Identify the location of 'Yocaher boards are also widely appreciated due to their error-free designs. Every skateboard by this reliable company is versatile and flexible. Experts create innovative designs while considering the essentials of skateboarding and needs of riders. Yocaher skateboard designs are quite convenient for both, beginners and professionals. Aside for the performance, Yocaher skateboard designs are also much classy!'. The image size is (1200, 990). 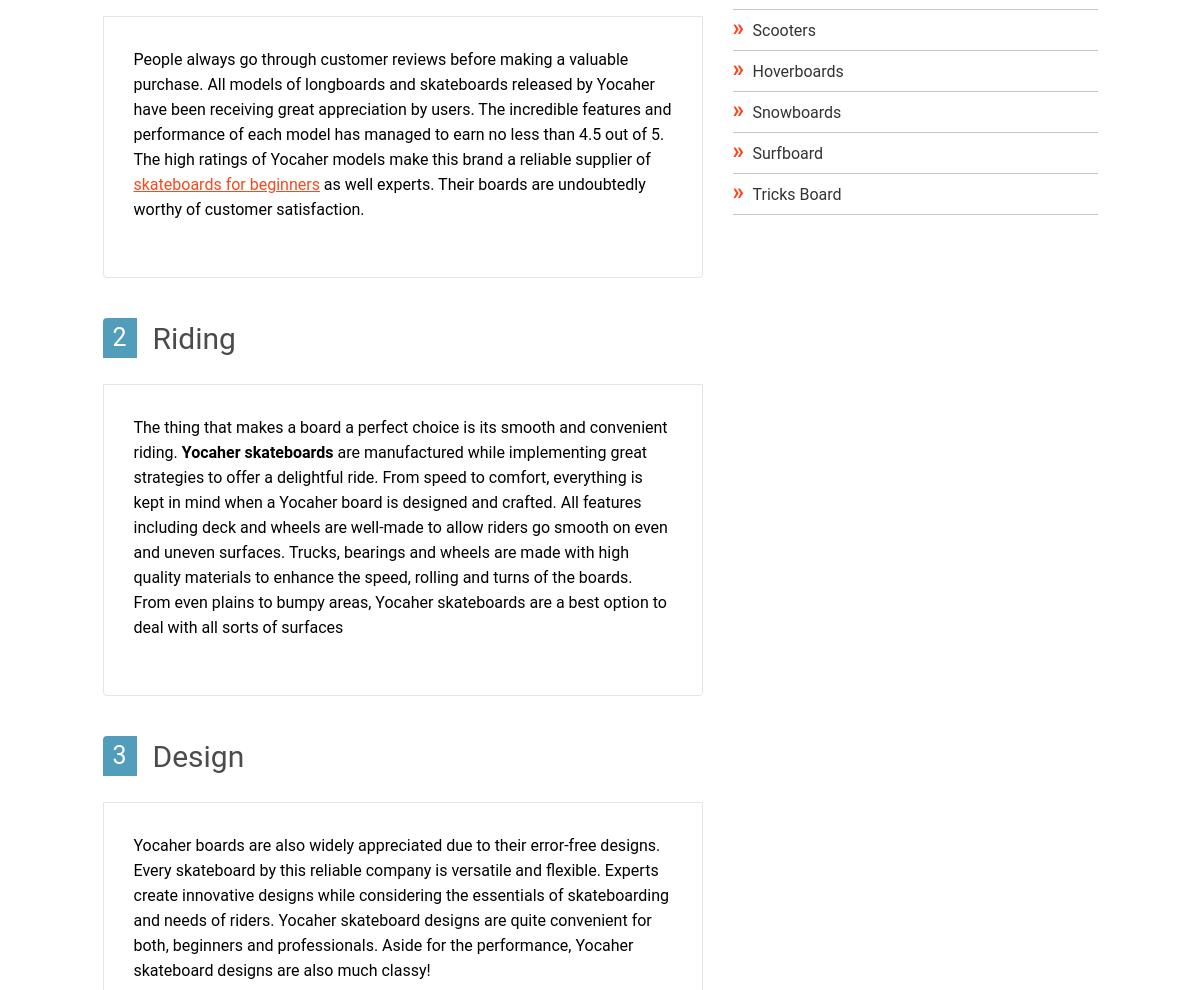
(401, 907).